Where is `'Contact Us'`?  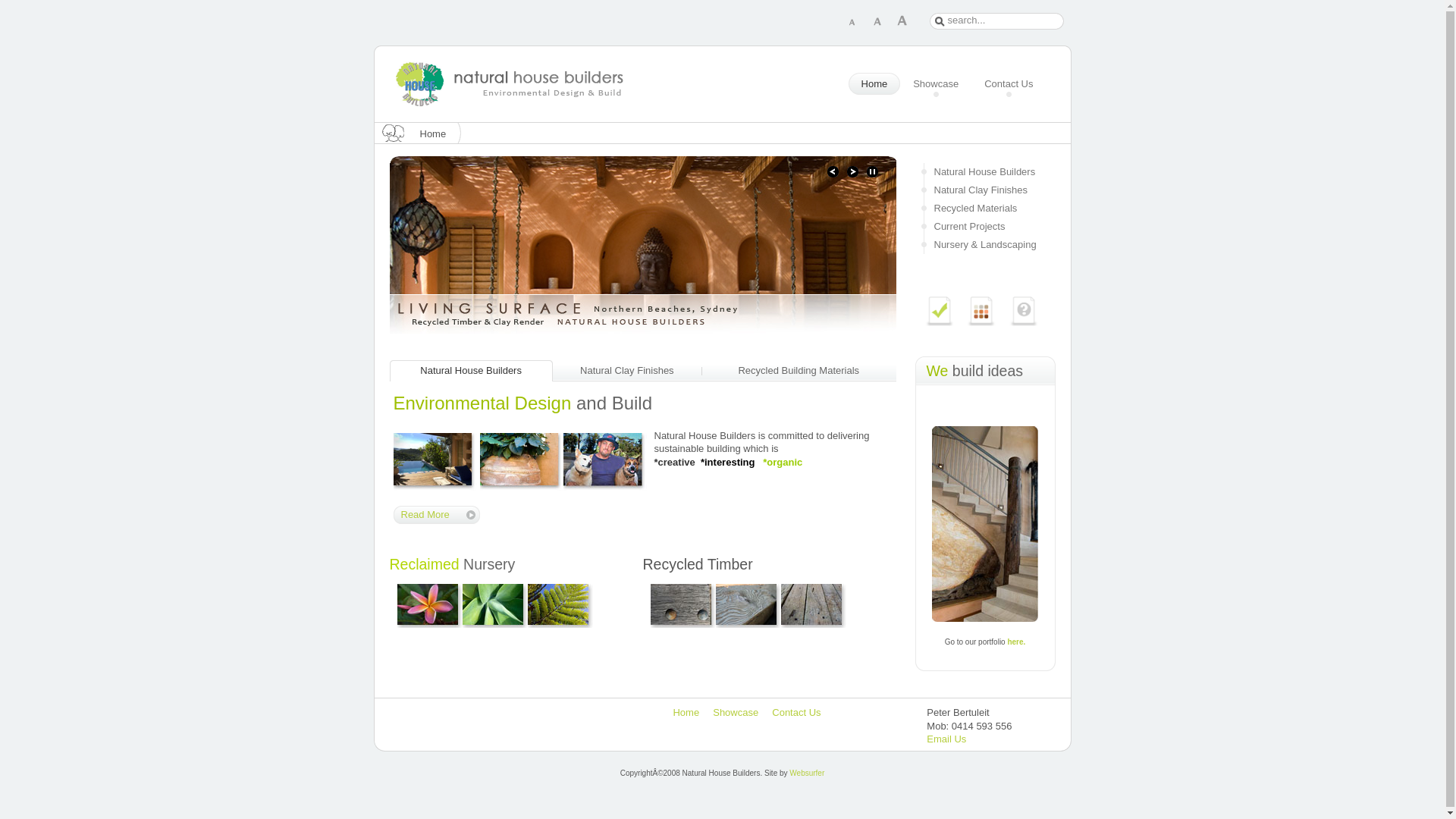
'Contact Us' is located at coordinates (1008, 84).